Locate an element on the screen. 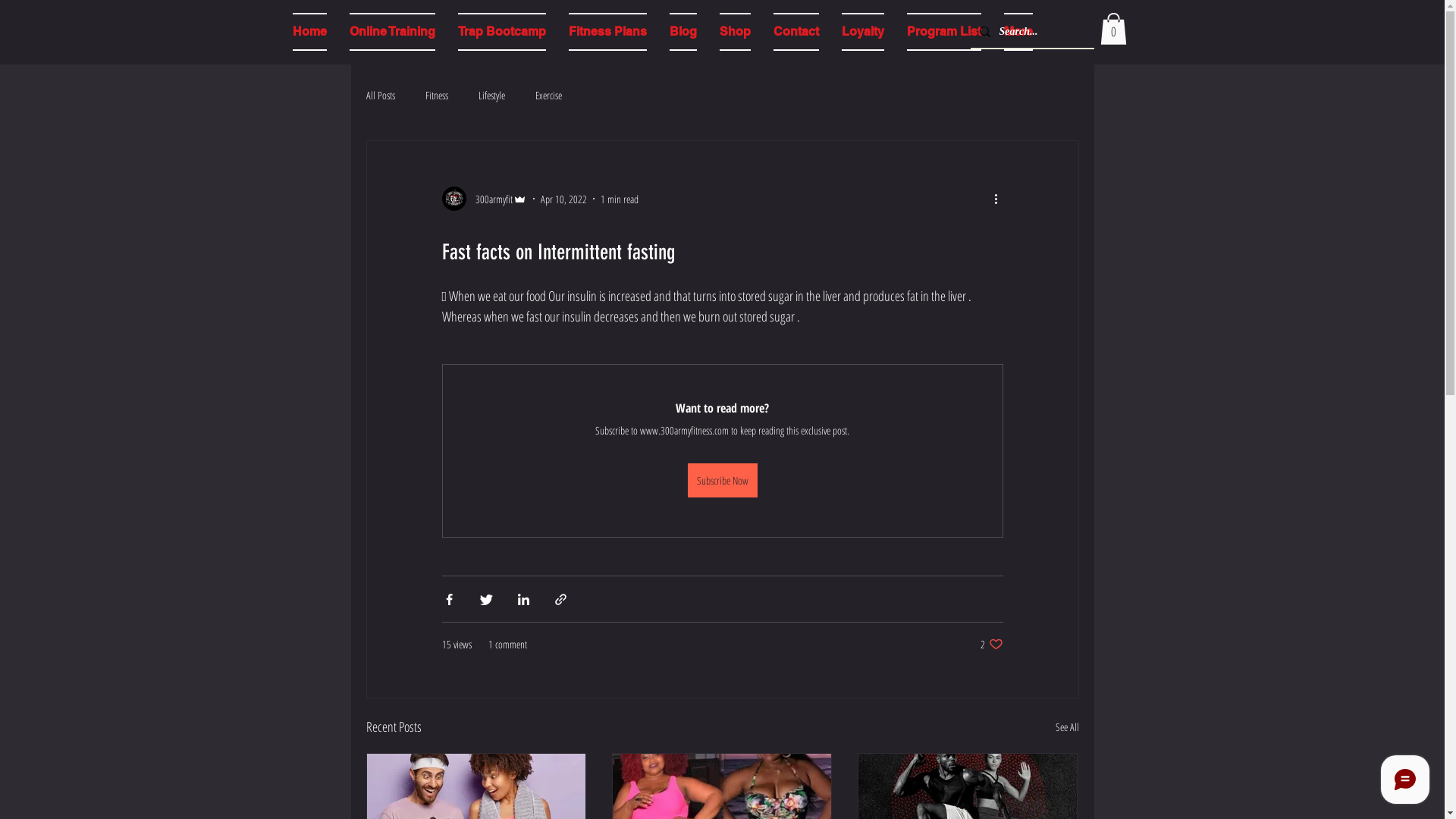  'Lifestyle' is located at coordinates (491, 95).